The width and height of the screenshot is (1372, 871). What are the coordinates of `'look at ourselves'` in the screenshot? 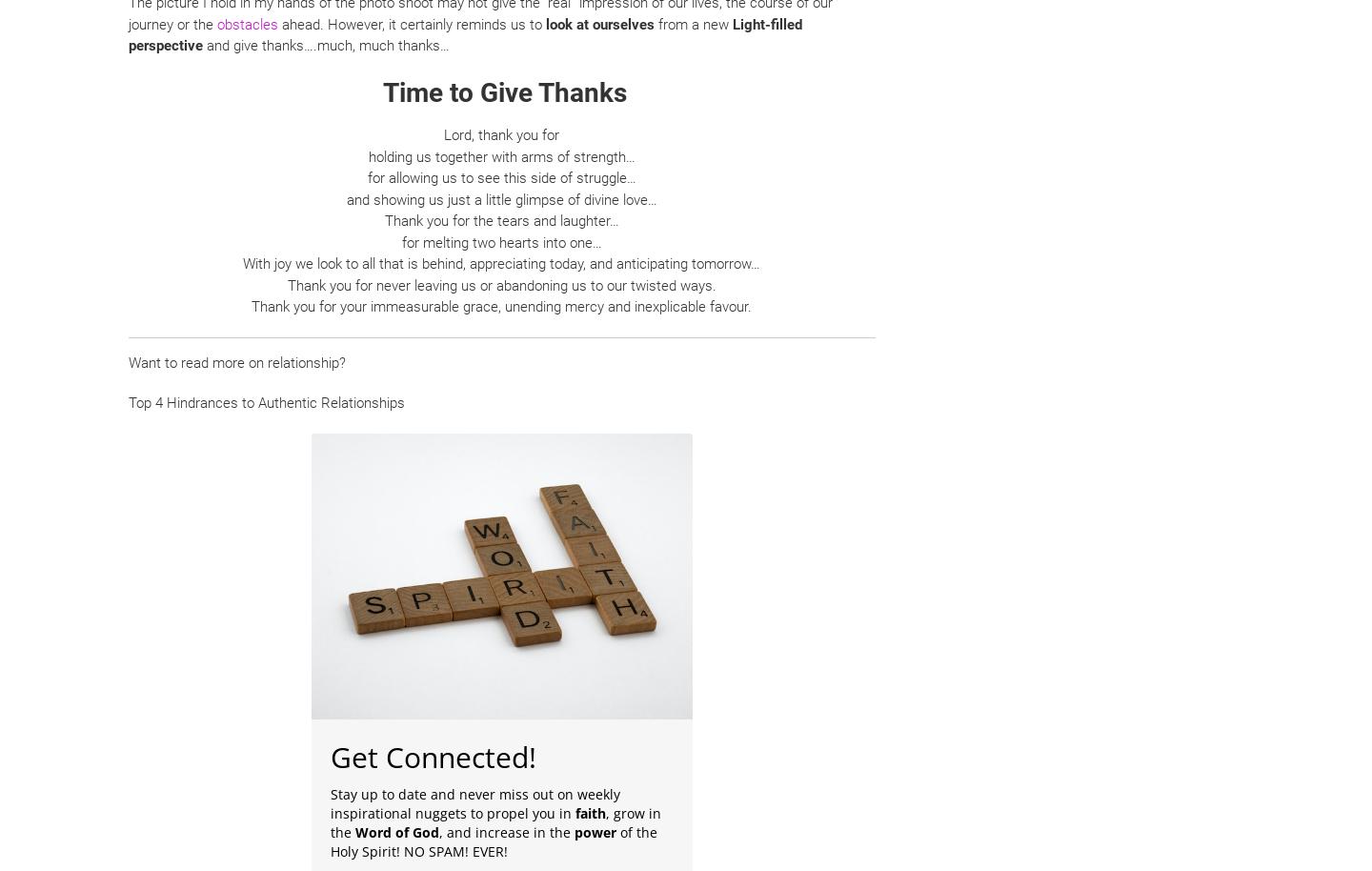 It's located at (599, 24).